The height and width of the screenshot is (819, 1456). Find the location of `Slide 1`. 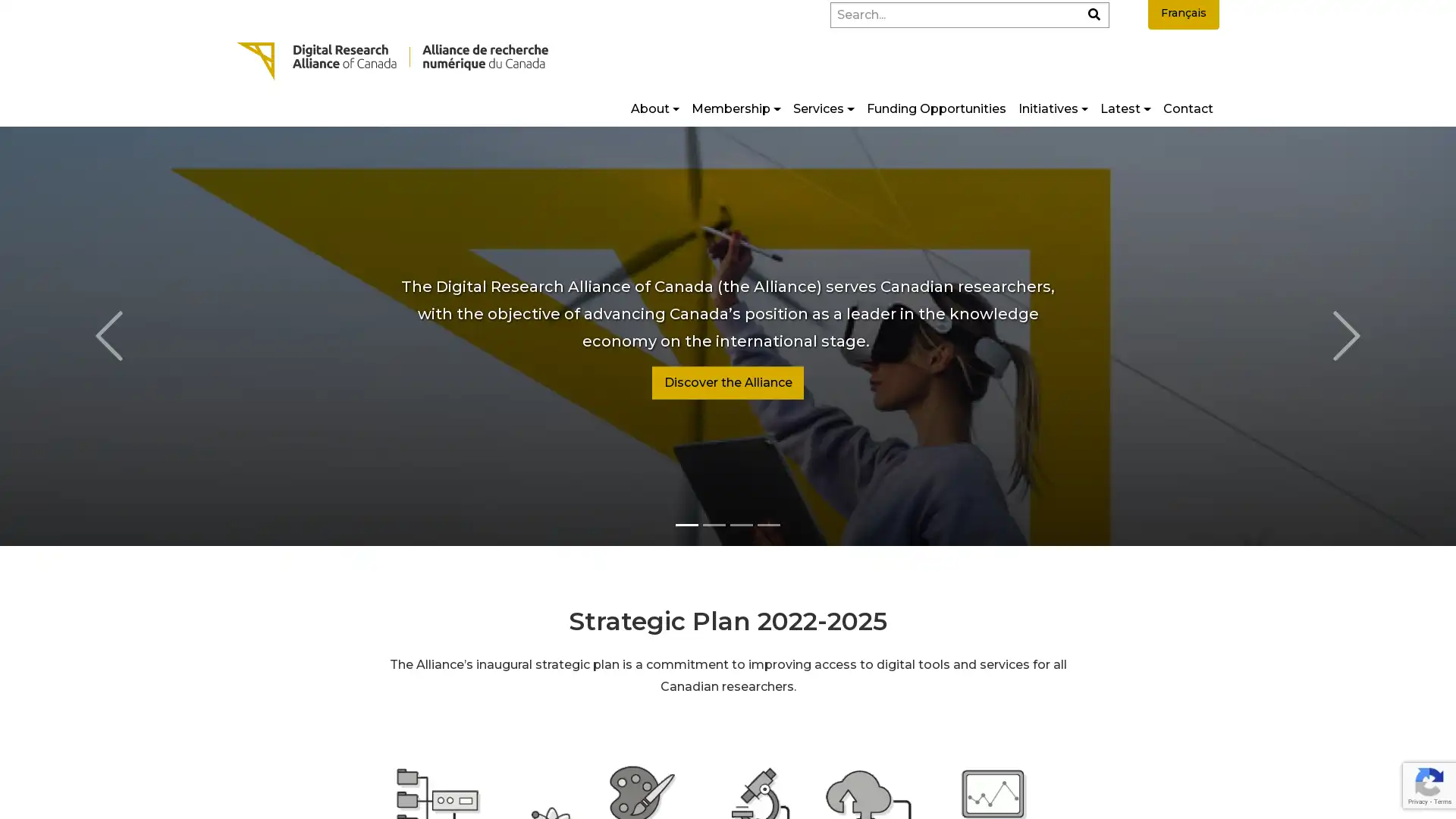

Slide 1 is located at coordinates (713, 523).